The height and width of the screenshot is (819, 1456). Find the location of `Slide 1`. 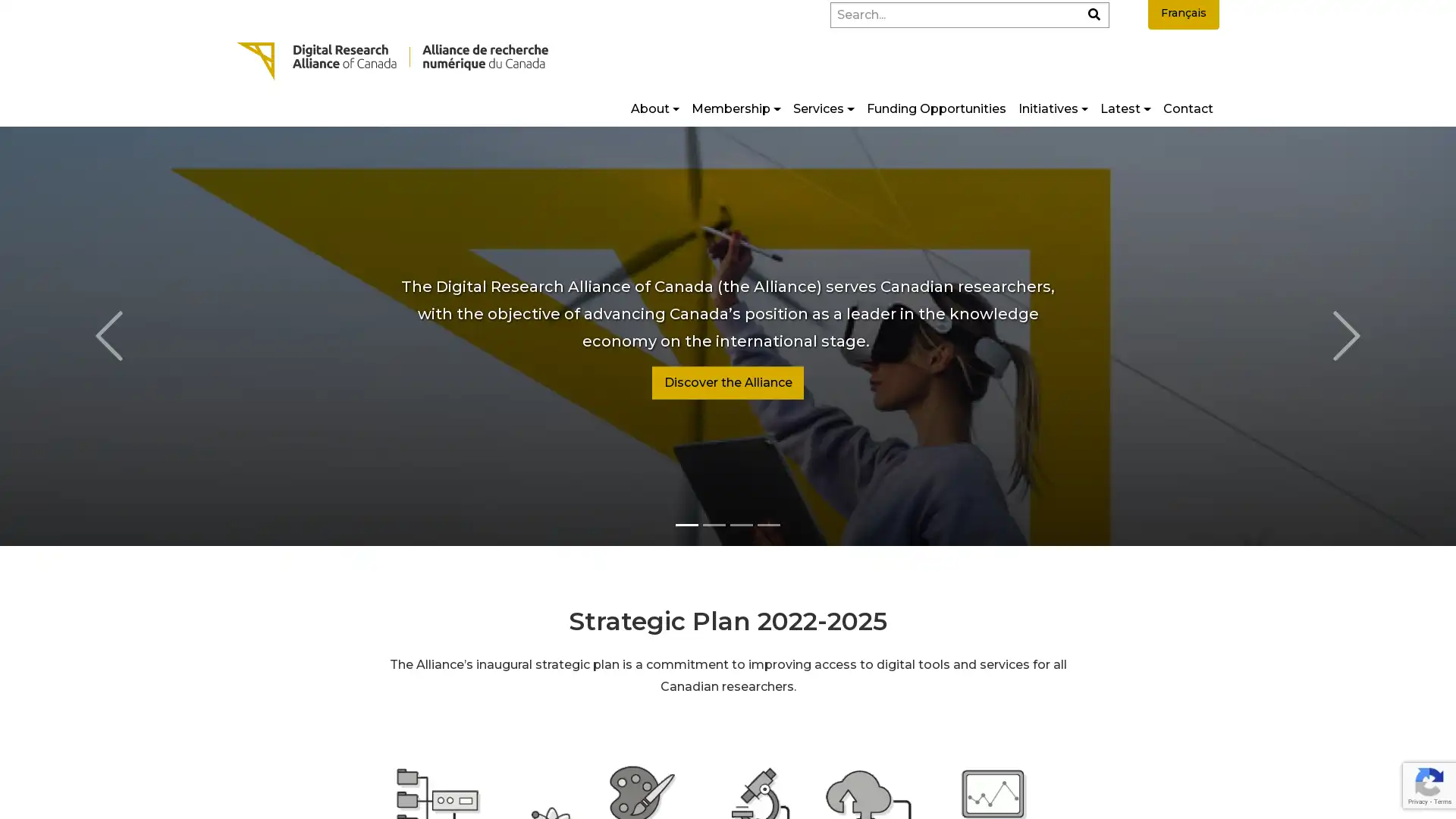

Slide 1 is located at coordinates (713, 523).